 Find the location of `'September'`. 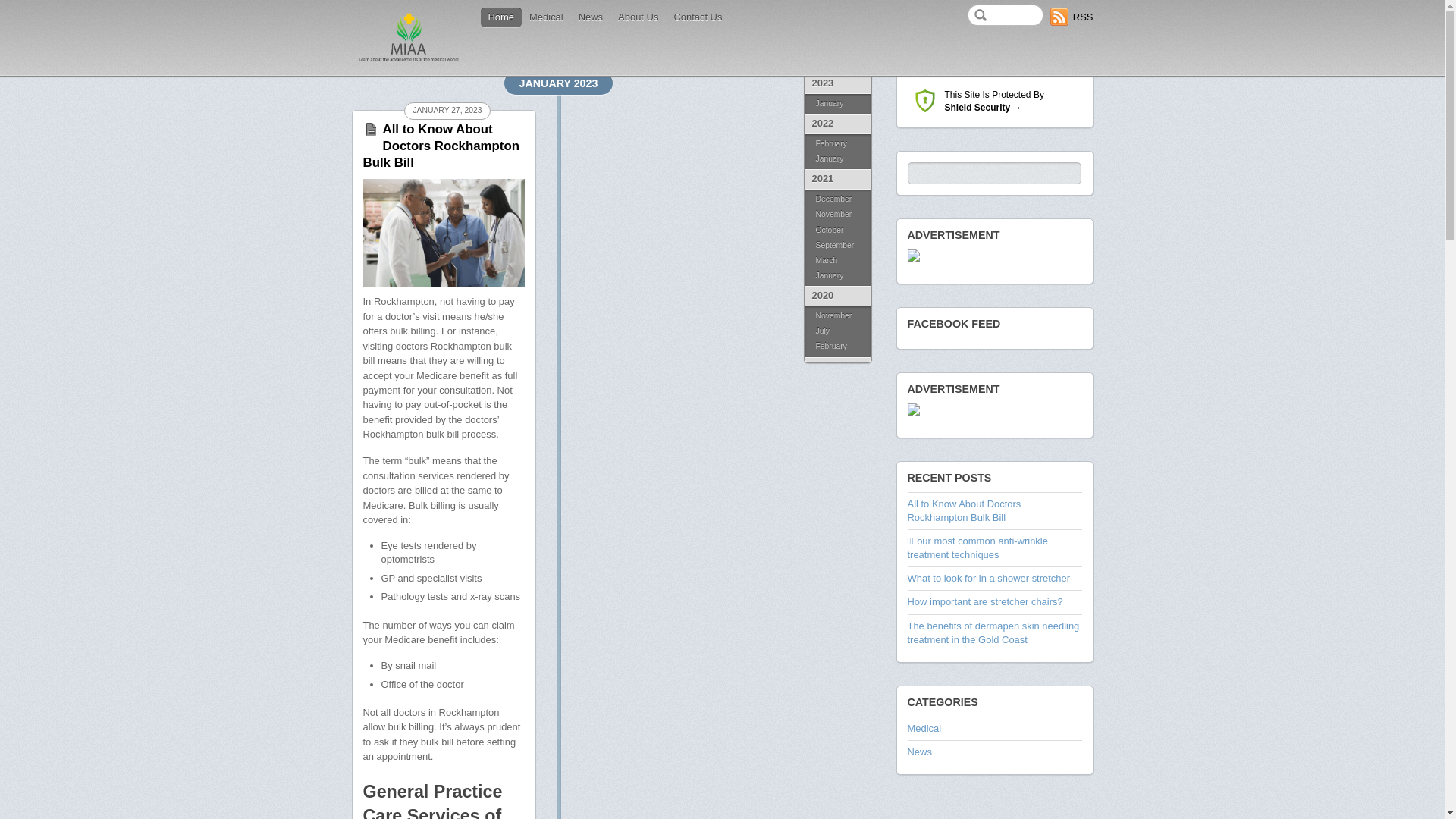

'September' is located at coordinates (836, 245).